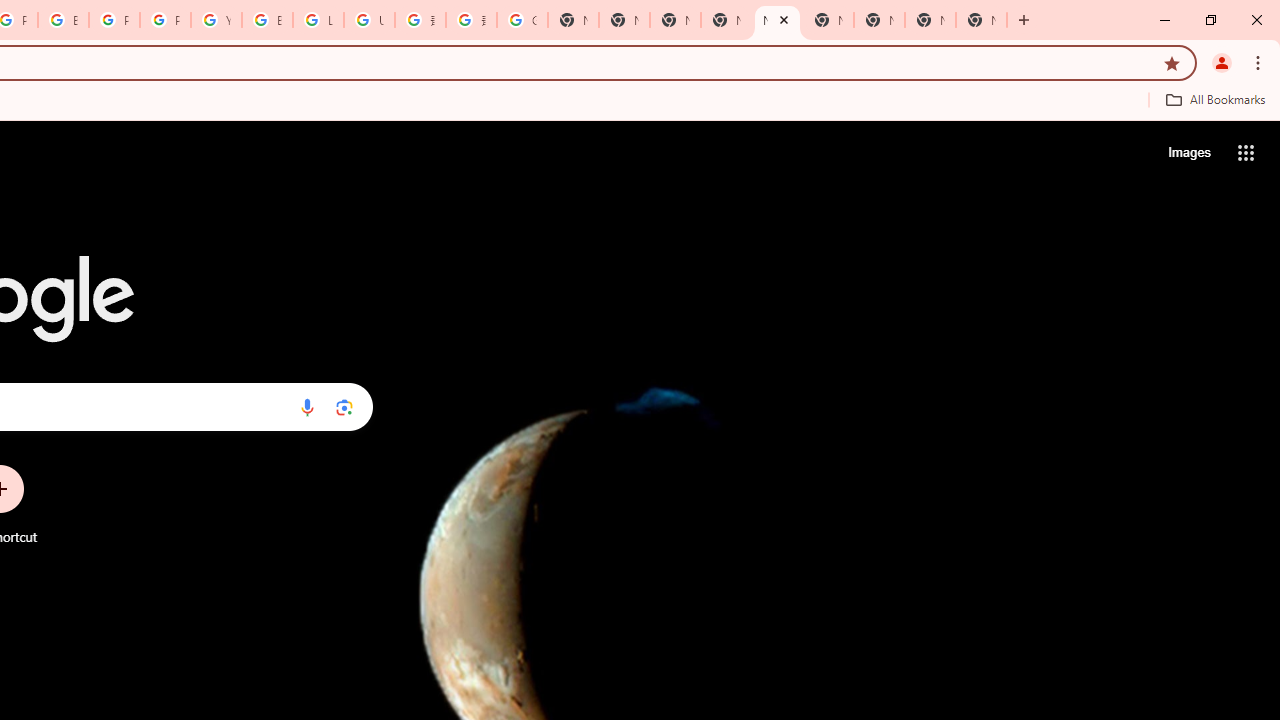 This screenshot has width=1280, height=720. What do you see at coordinates (522, 20) in the screenshot?
I see `'Google Images'` at bounding box center [522, 20].